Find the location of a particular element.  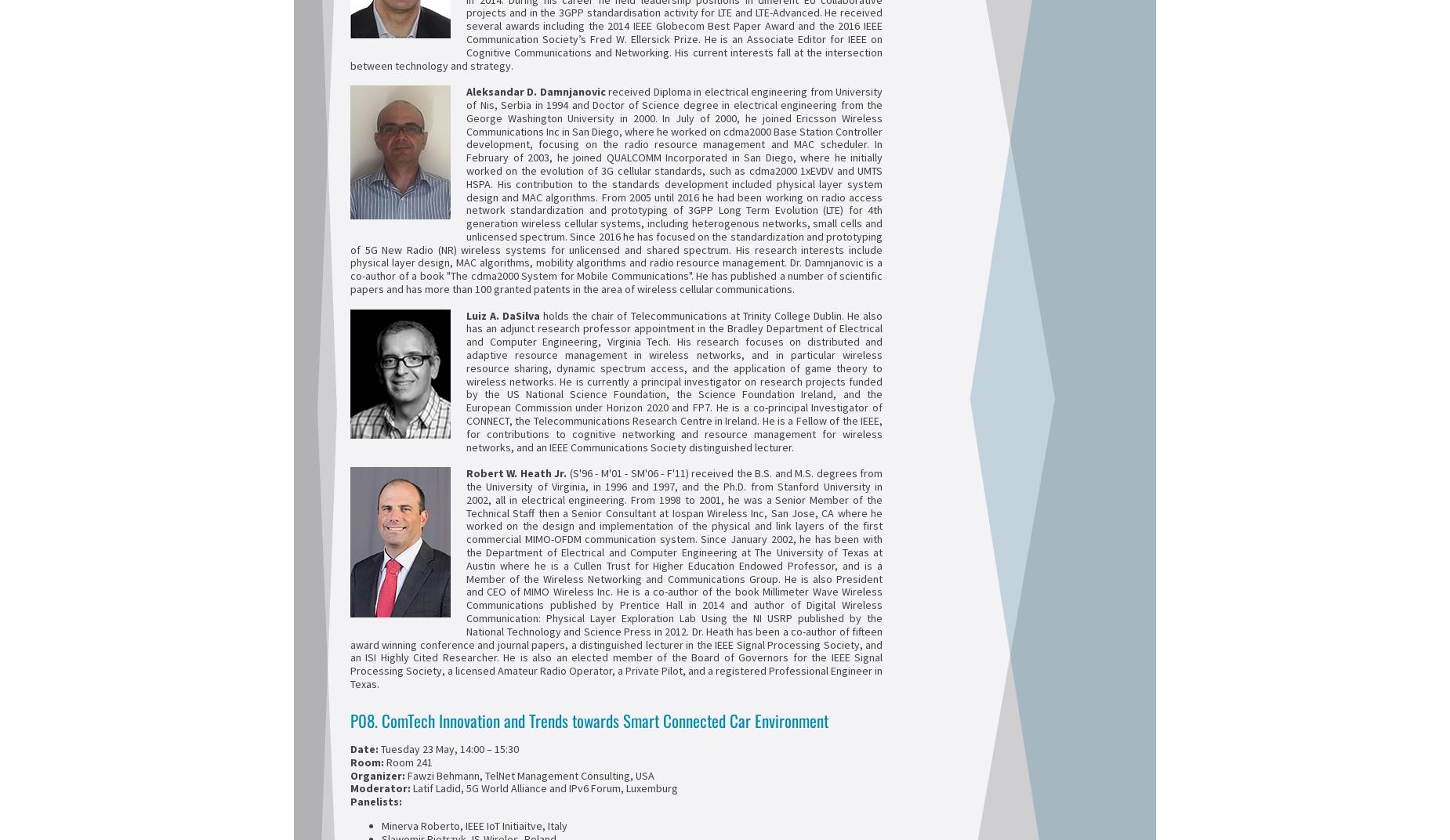

'Panelists:' is located at coordinates (376, 802).